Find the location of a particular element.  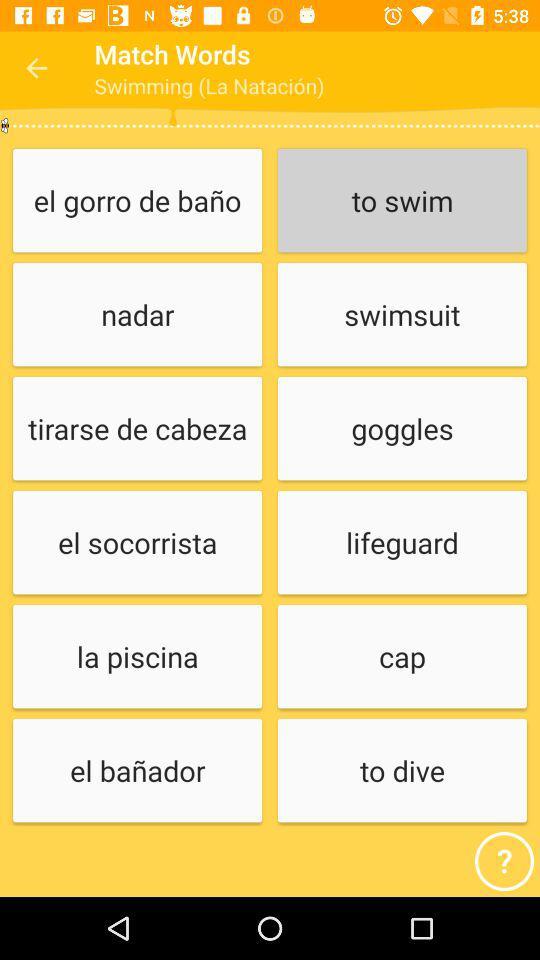

la piscina is located at coordinates (136, 656).